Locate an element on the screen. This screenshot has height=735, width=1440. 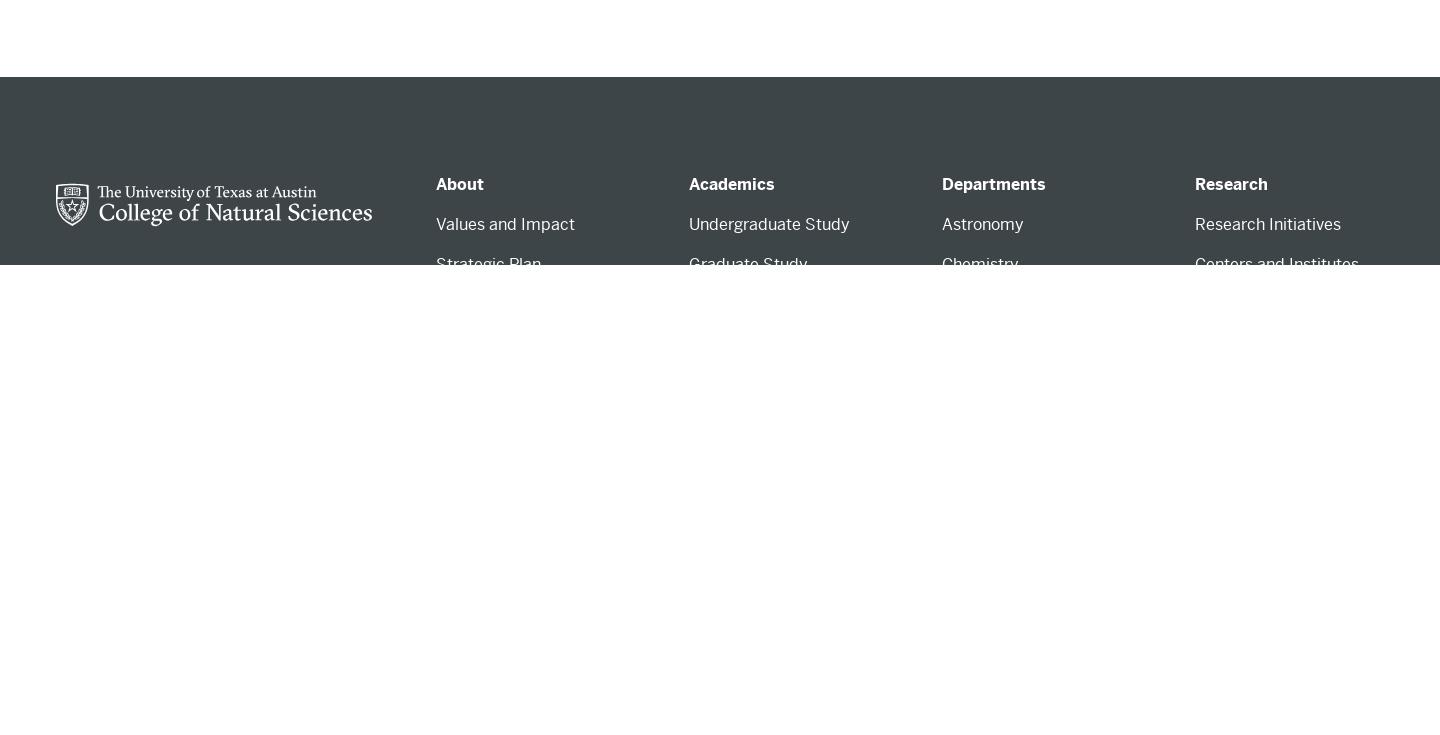
'Nutritional Sciences' is located at coordinates (1016, 647).